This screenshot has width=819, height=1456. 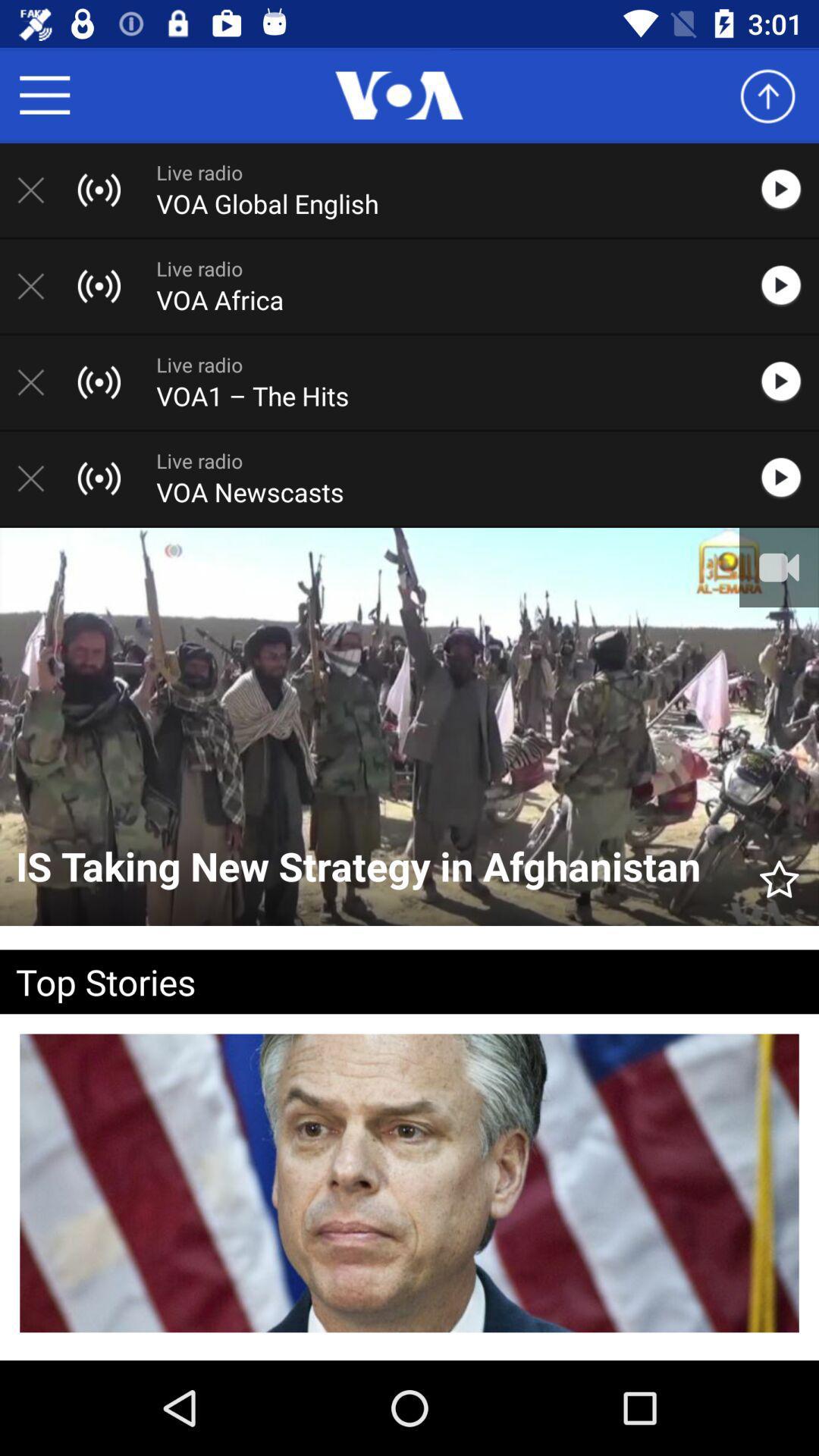 What do you see at coordinates (409, 1356) in the screenshot?
I see `trump s pick icon` at bounding box center [409, 1356].